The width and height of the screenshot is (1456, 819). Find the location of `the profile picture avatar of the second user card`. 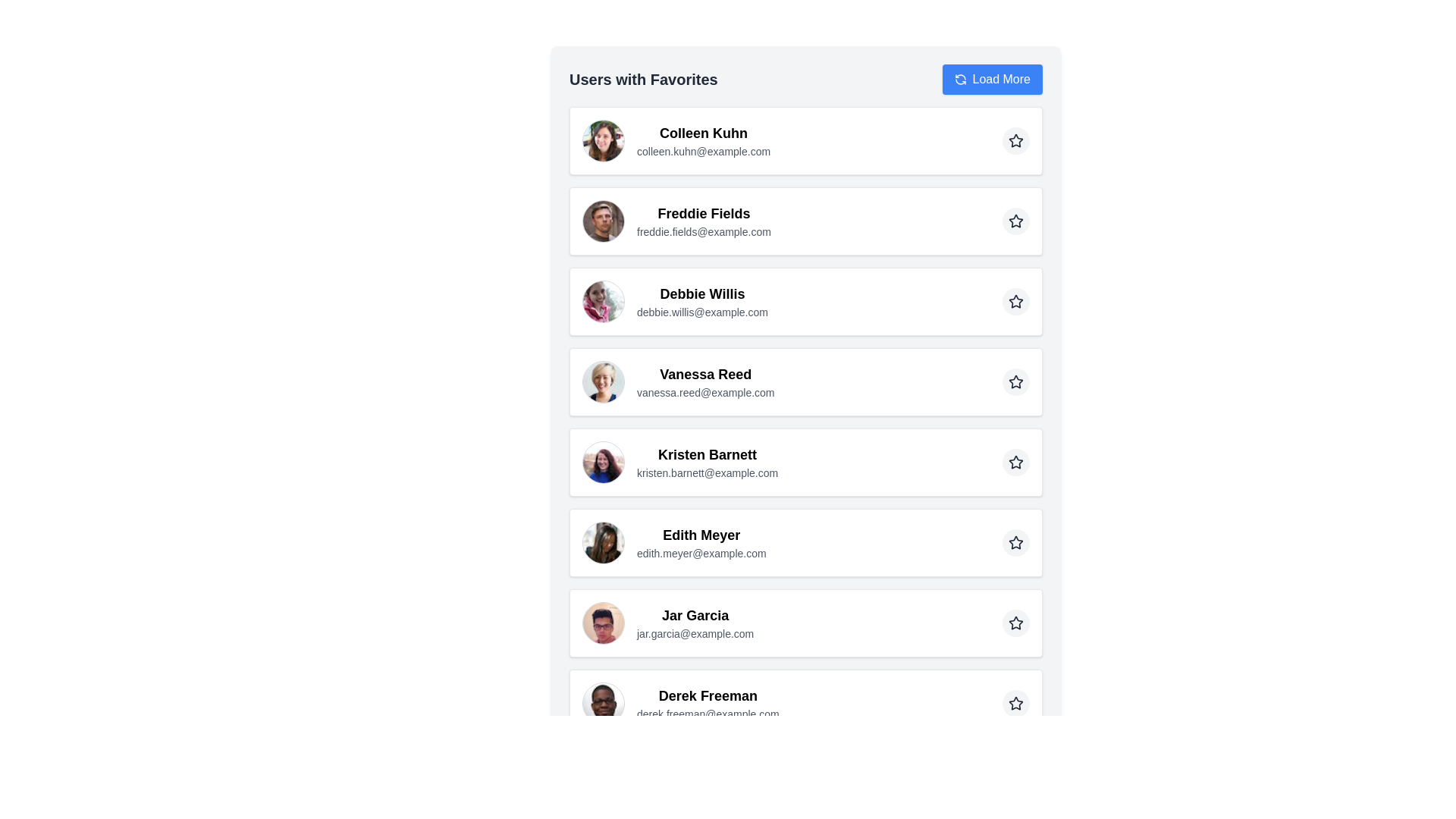

the profile picture avatar of the second user card is located at coordinates (603, 221).